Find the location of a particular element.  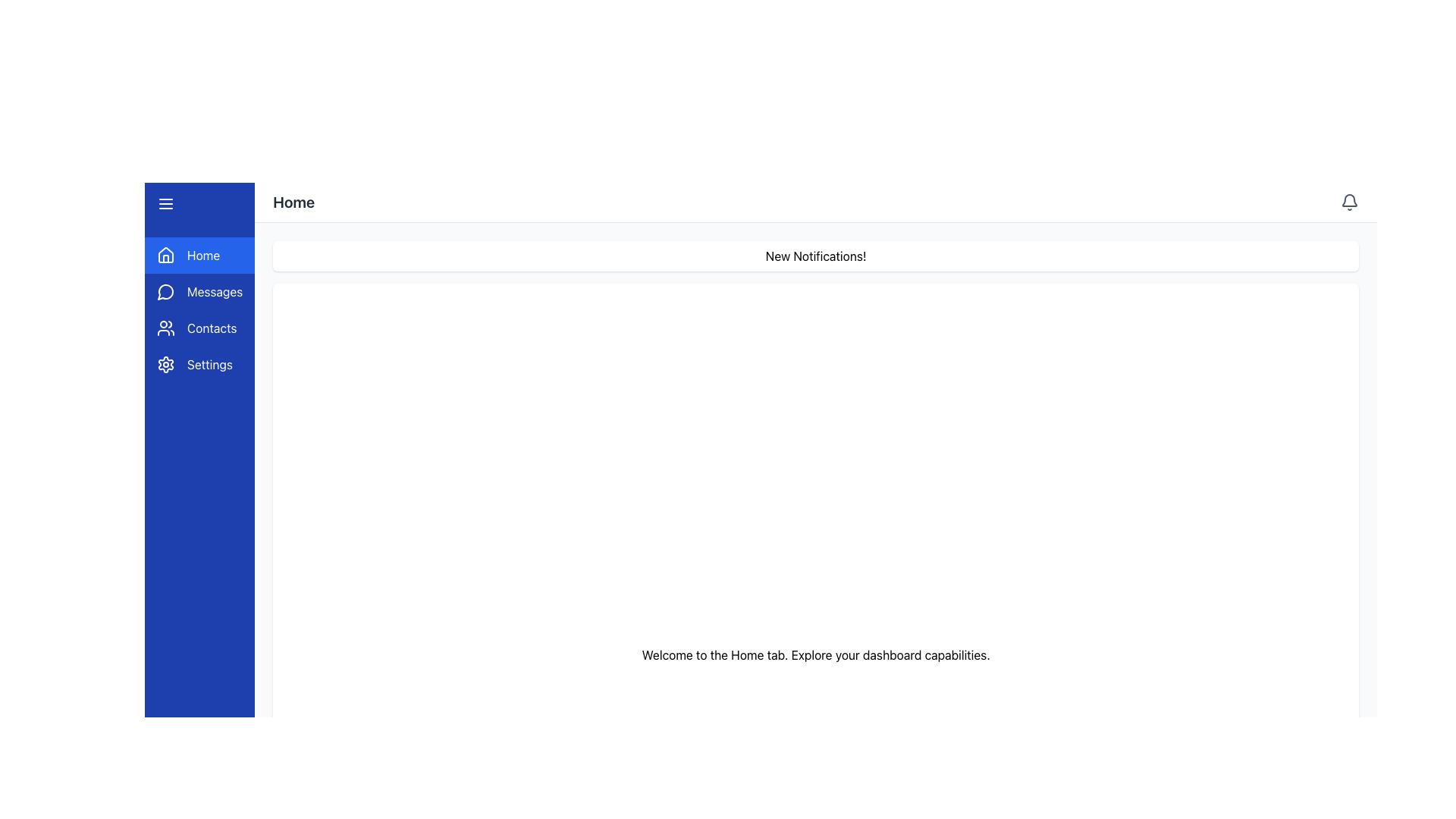

the text label located in the top horizontal bar of the interface, aligned towards the left, which serves as a header indicating the current application section is located at coordinates (293, 201).